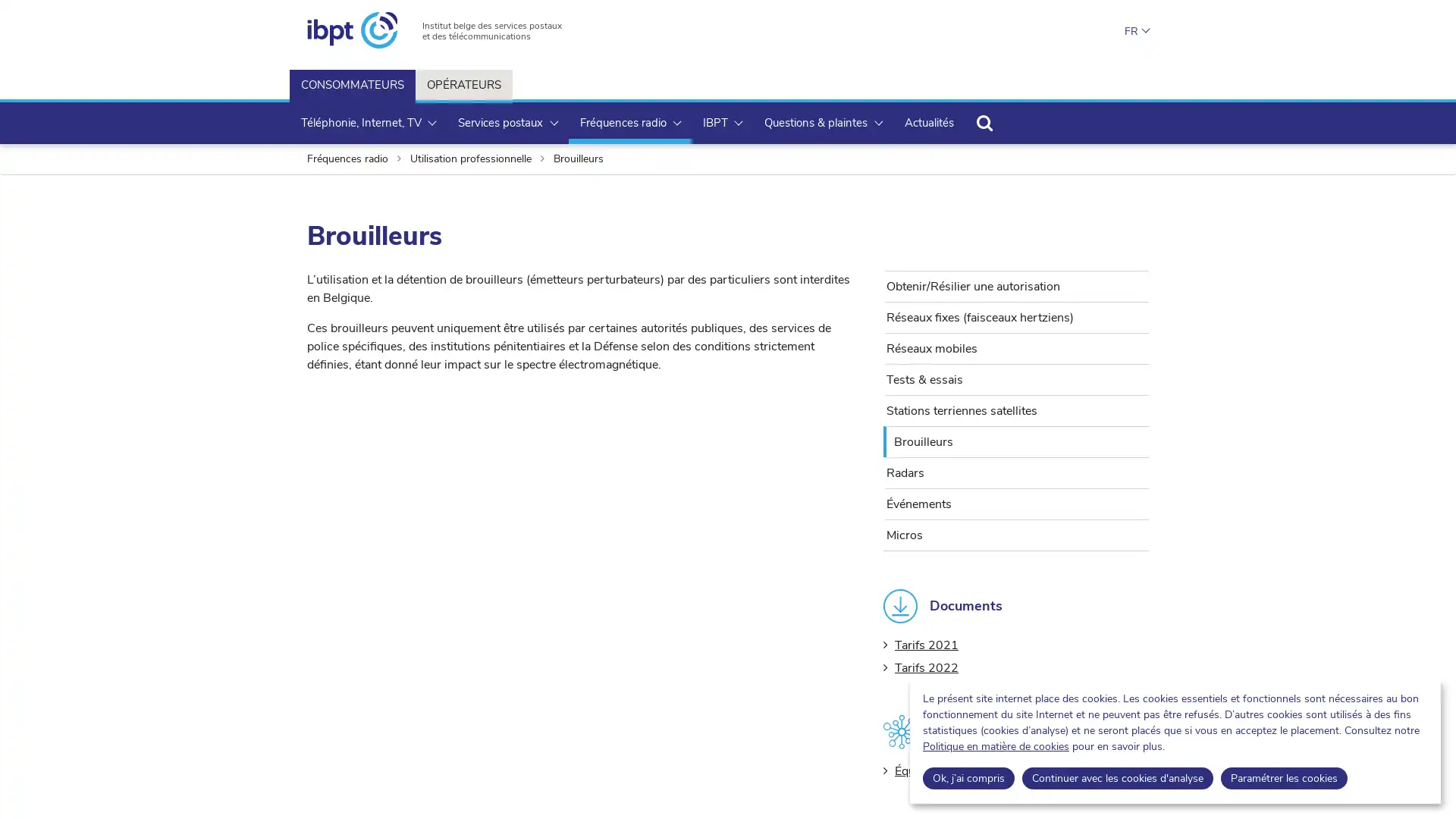  I want to click on IBPT, so click(721, 122).